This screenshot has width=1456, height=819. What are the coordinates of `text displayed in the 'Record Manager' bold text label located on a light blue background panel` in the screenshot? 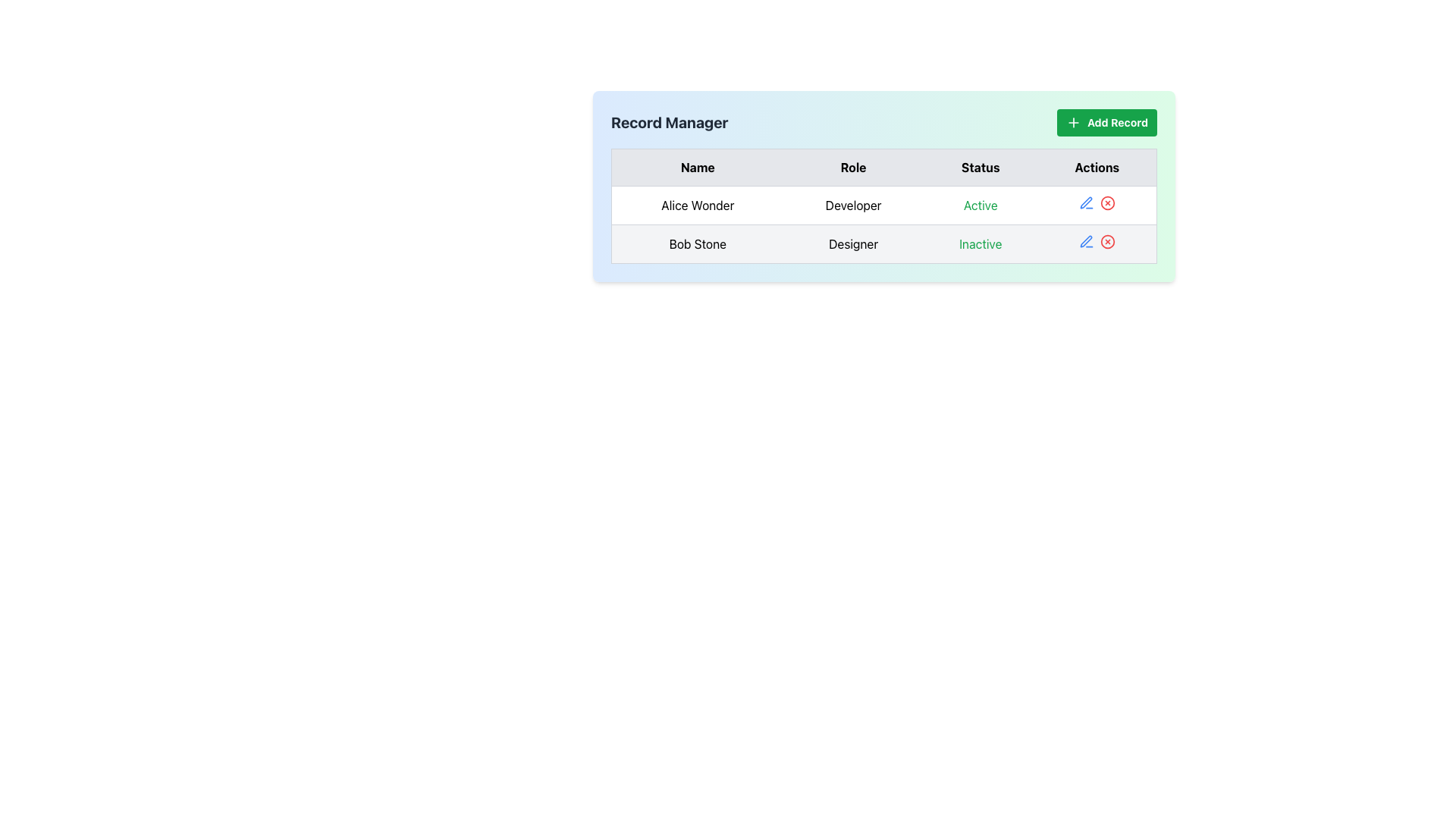 It's located at (669, 122).